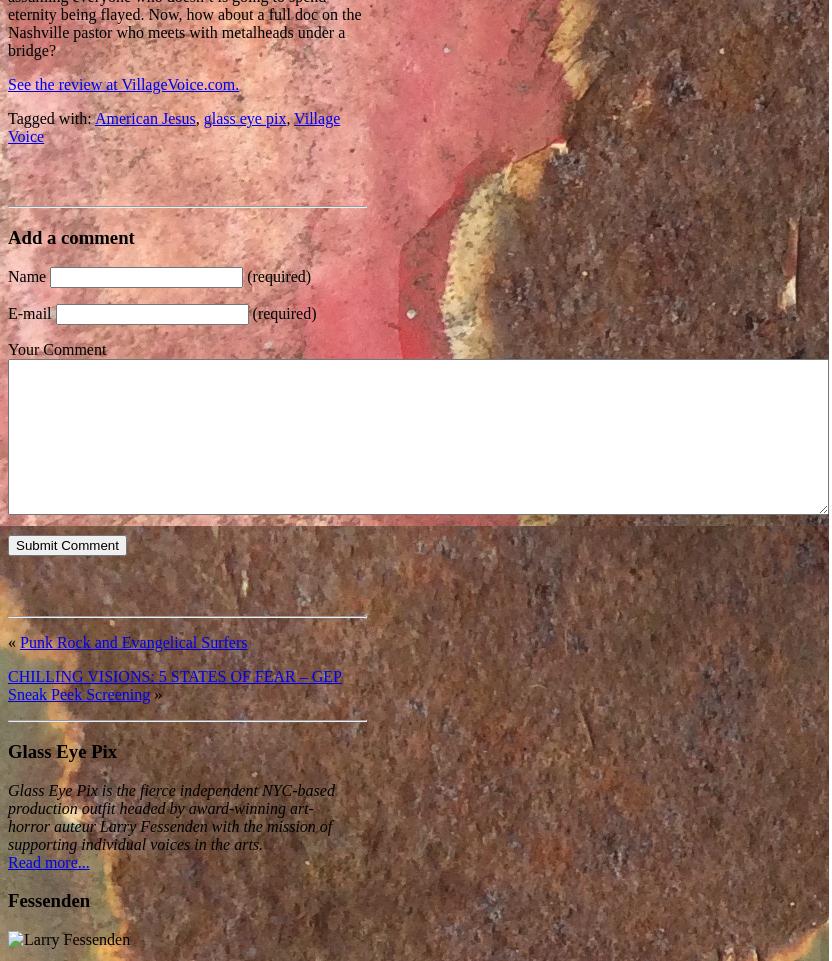  I want to click on 'Punk Rock and Evangelical Surfers', so click(133, 641).